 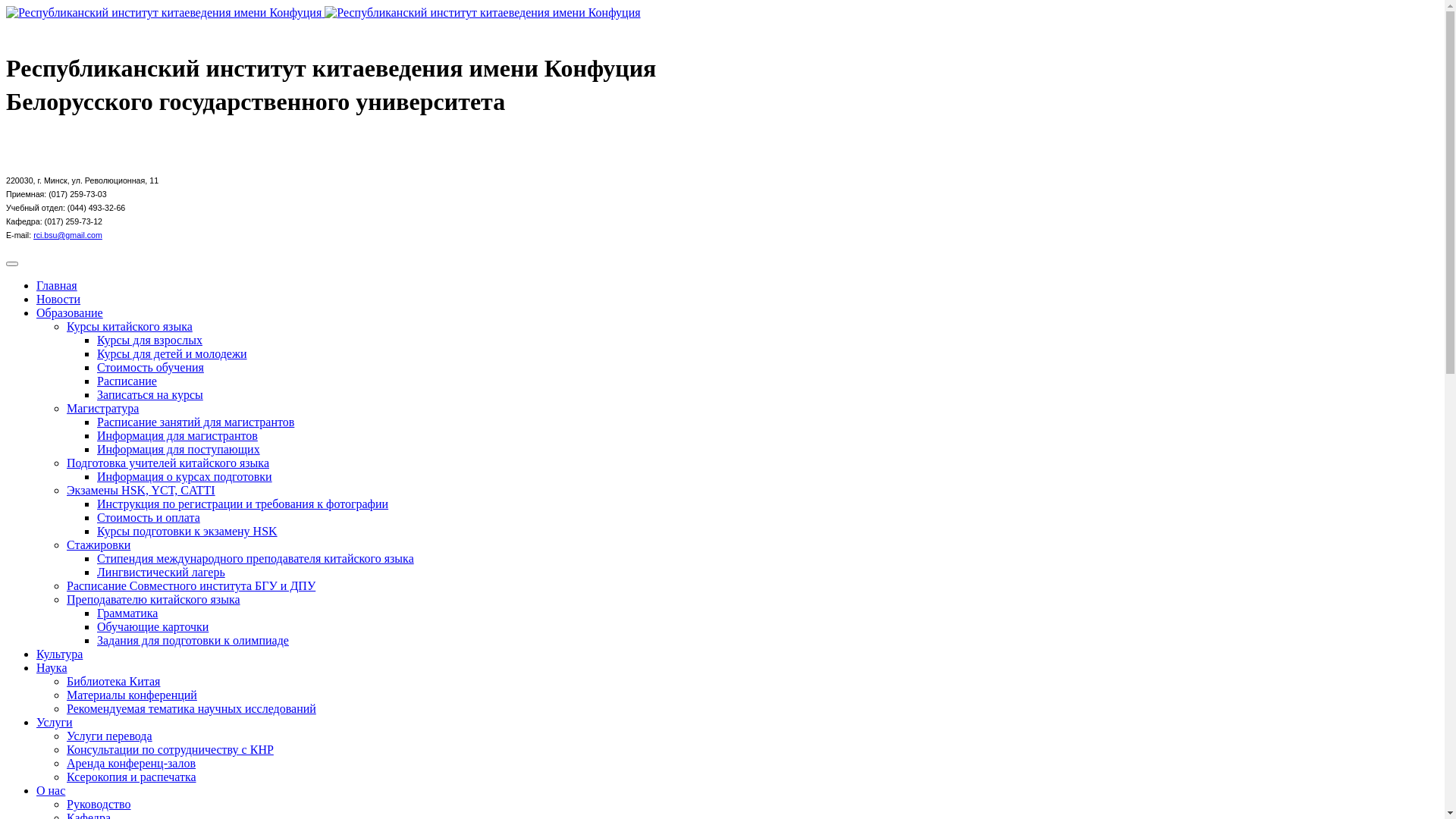 What do you see at coordinates (67, 234) in the screenshot?
I see `'rci.bsu@gmail.com'` at bounding box center [67, 234].